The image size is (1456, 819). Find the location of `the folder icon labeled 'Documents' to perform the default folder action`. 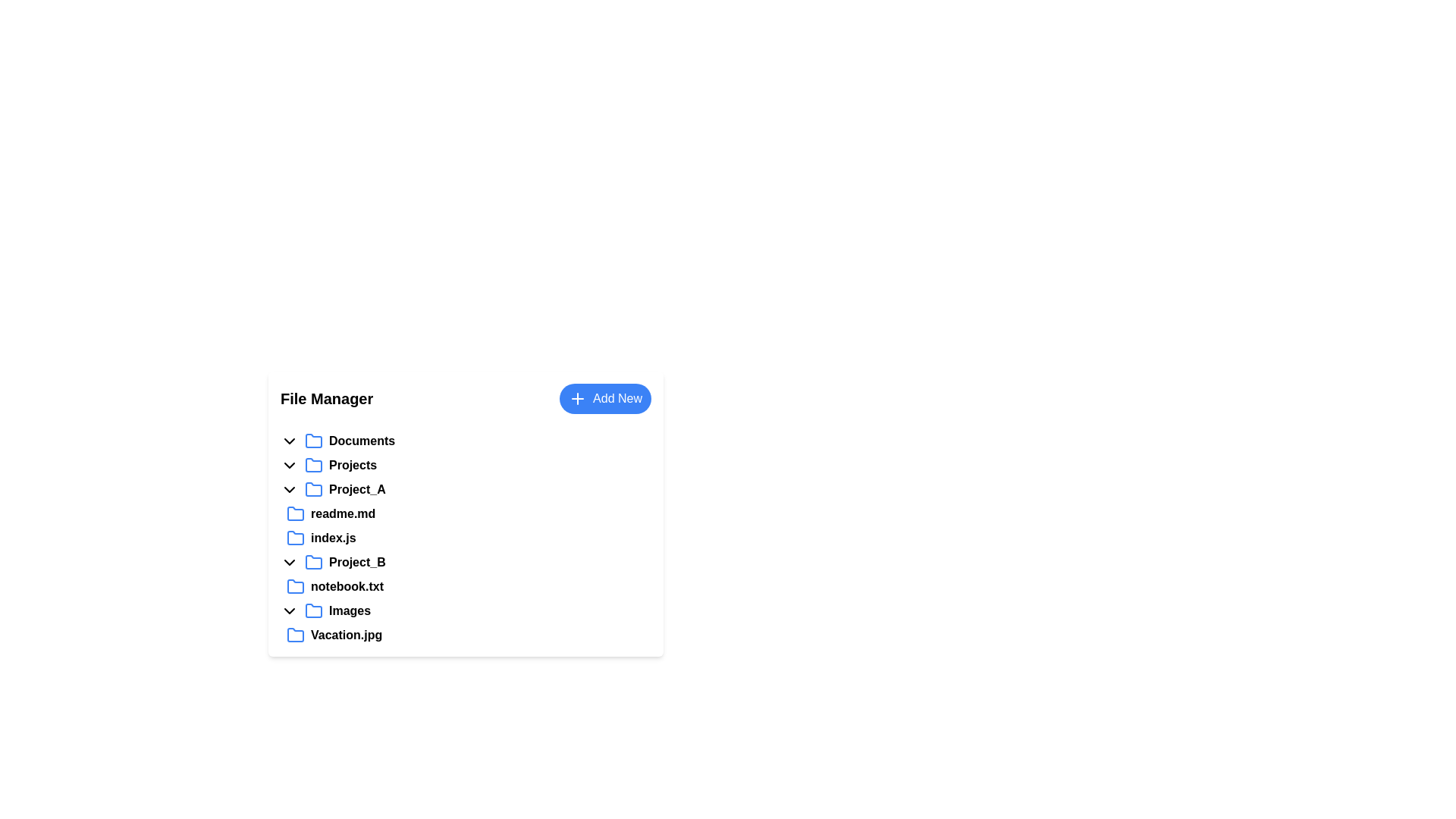

the folder icon labeled 'Documents' to perform the default folder action is located at coordinates (312, 441).